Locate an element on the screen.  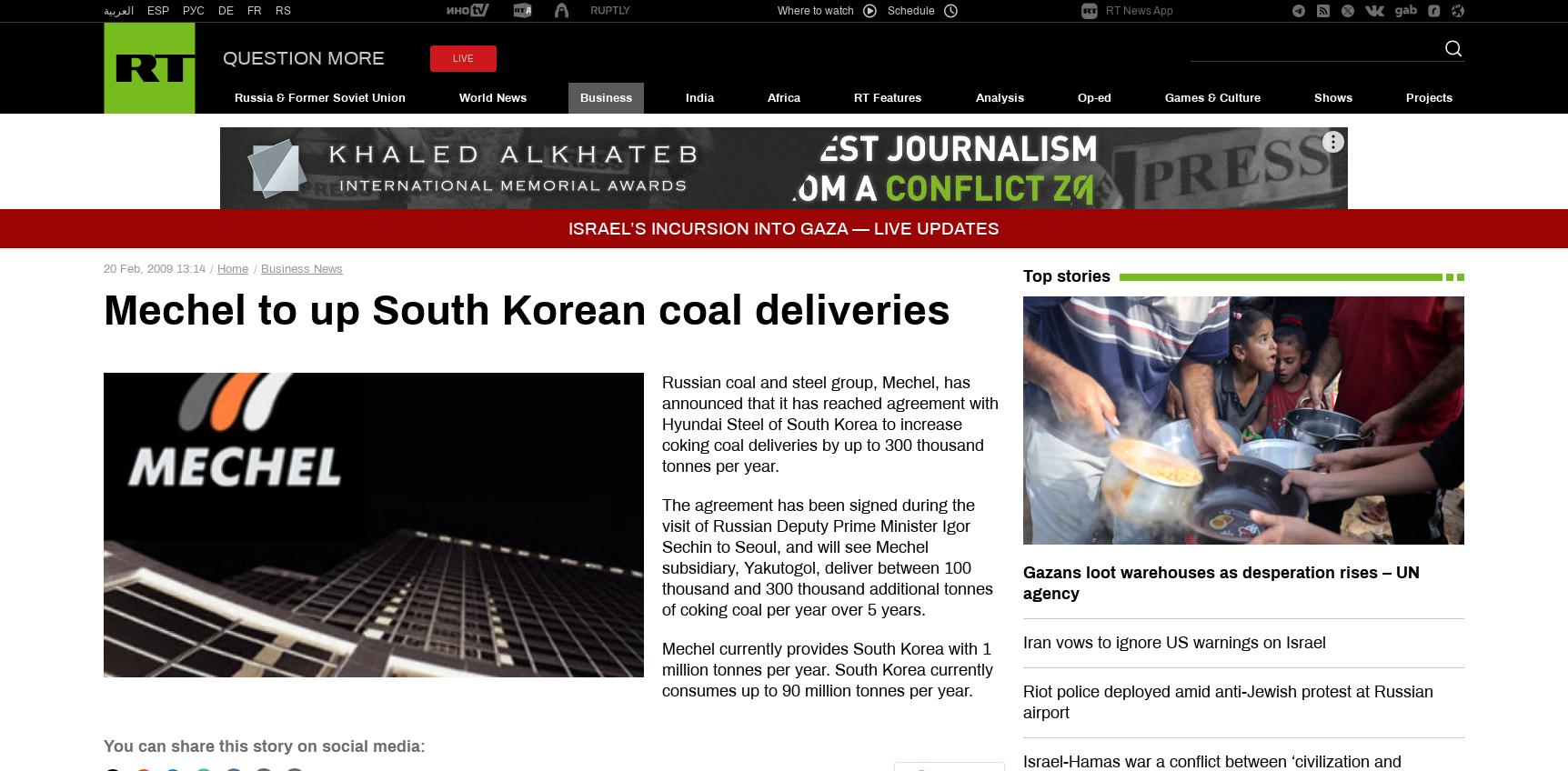
'Top stories' is located at coordinates (1065, 276).